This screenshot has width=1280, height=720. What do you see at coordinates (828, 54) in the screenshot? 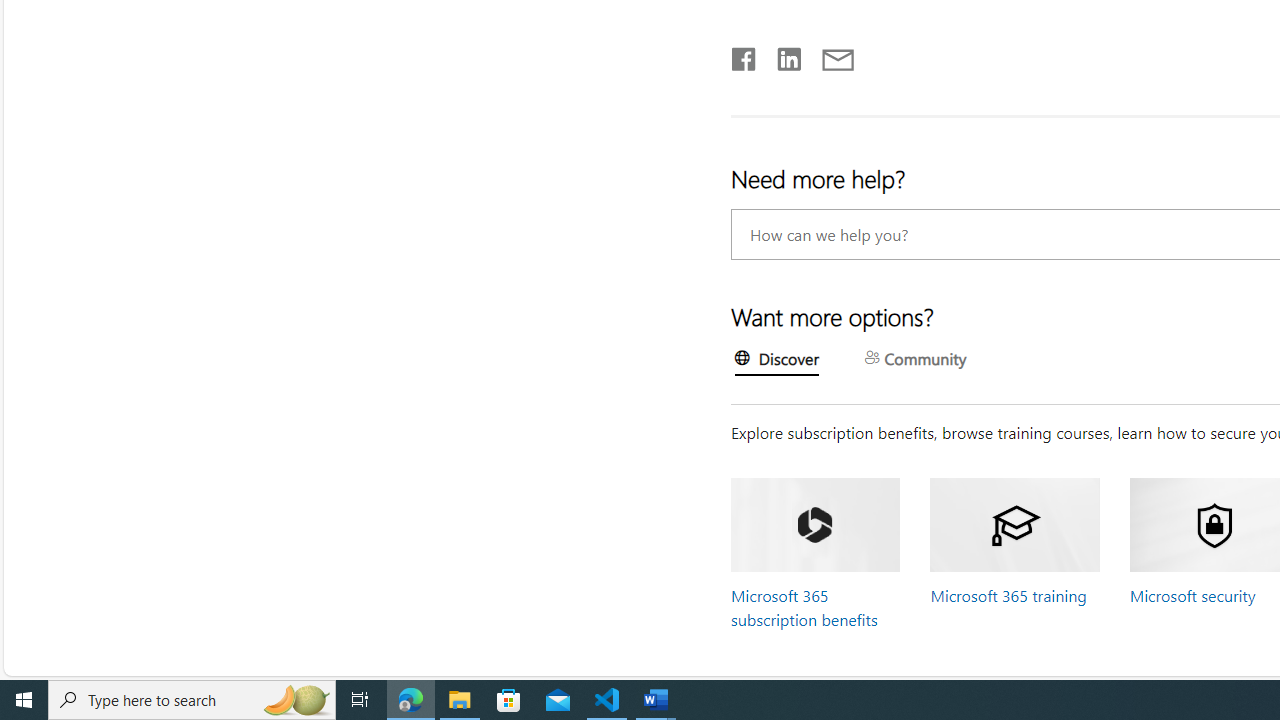
I see `'Share by email'` at bounding box center [828, 54].